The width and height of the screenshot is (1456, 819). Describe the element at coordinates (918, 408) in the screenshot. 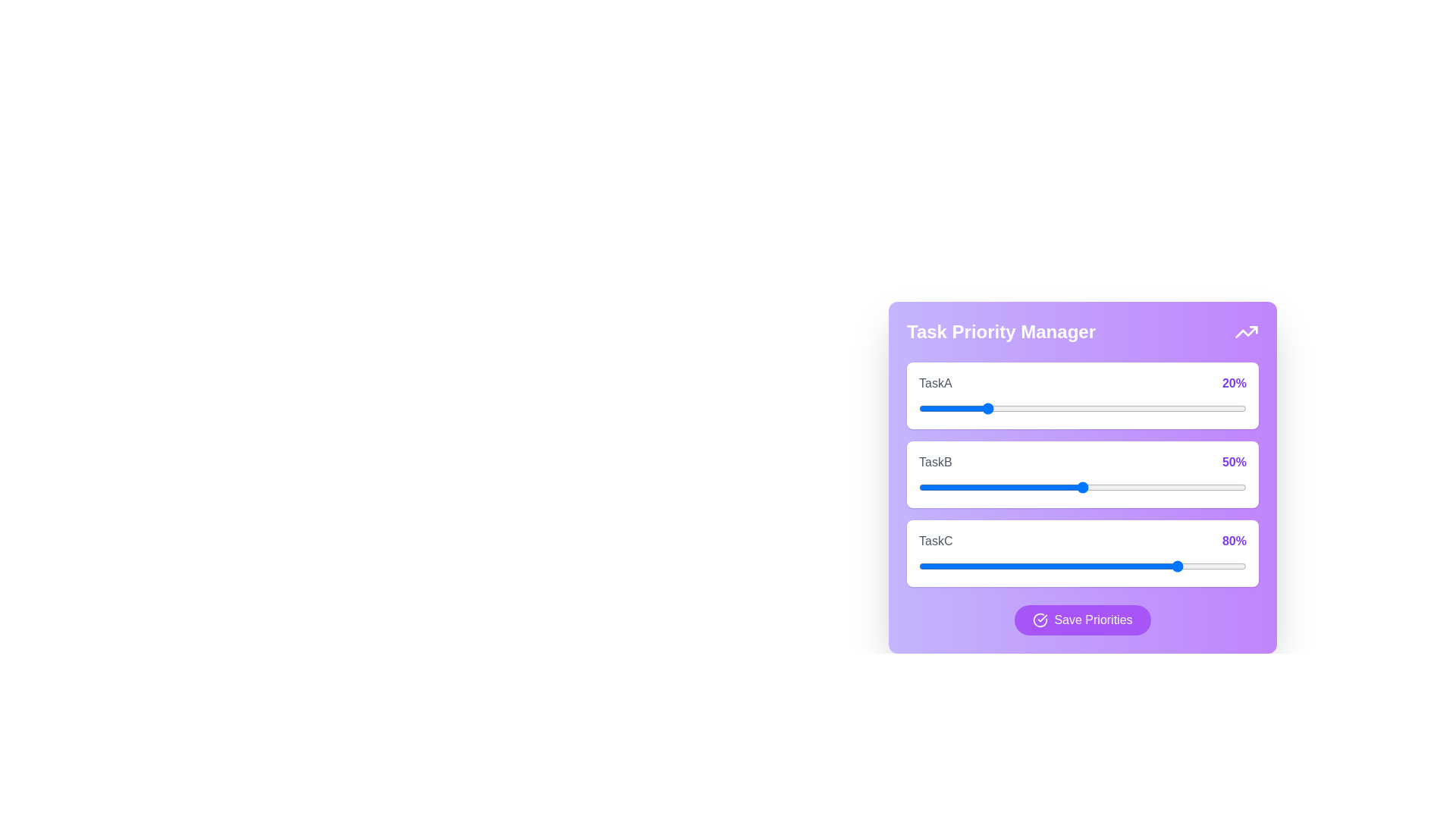

I see `the priority of TaskA to 0%` at that location.